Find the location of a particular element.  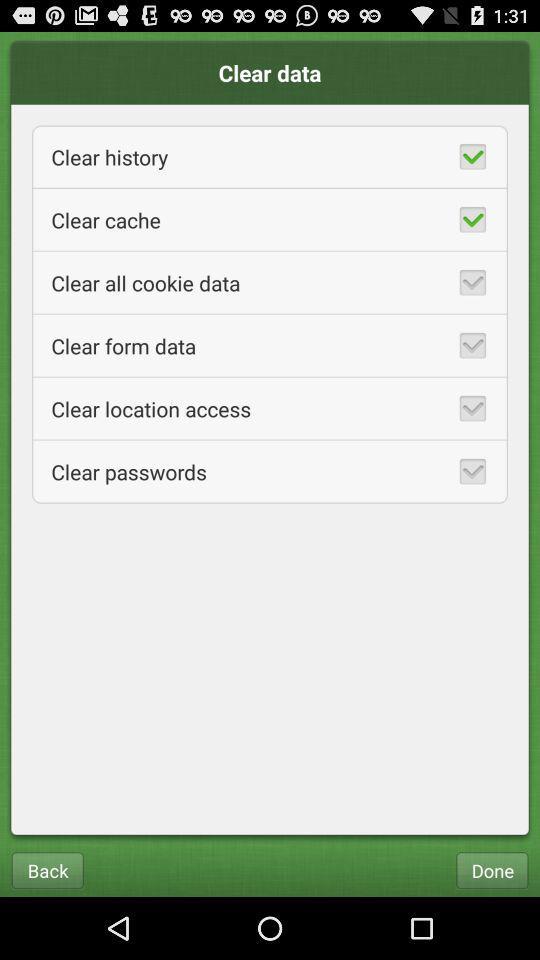

item below the clear location access app is located at coordinates (270, 471).